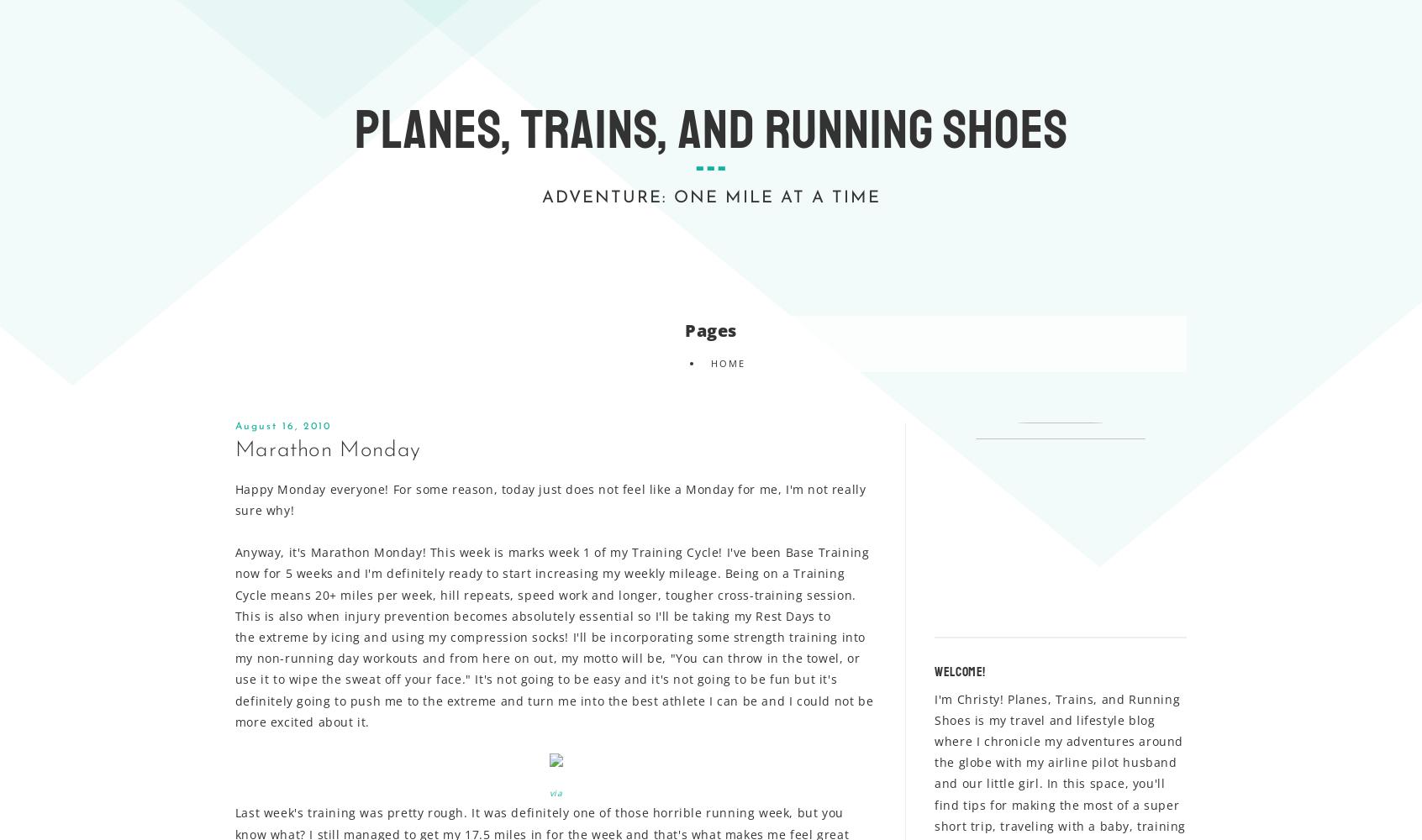 The image size is (1422, 840). Describe the element at coordinates (709, 362) in the screenshot. I see `'Home'` at that location.